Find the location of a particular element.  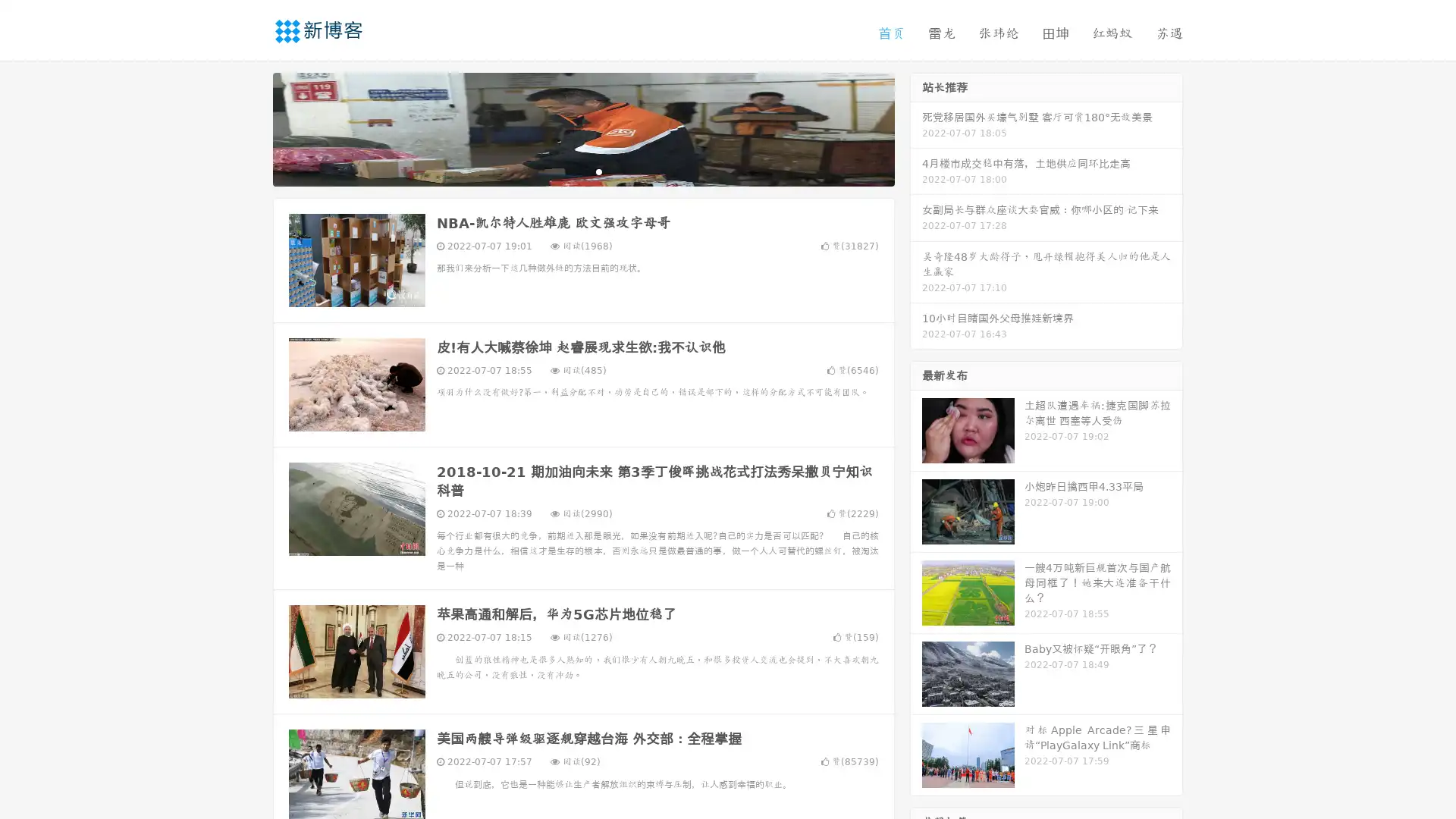

Next slide is located at coordinates (916, 127).